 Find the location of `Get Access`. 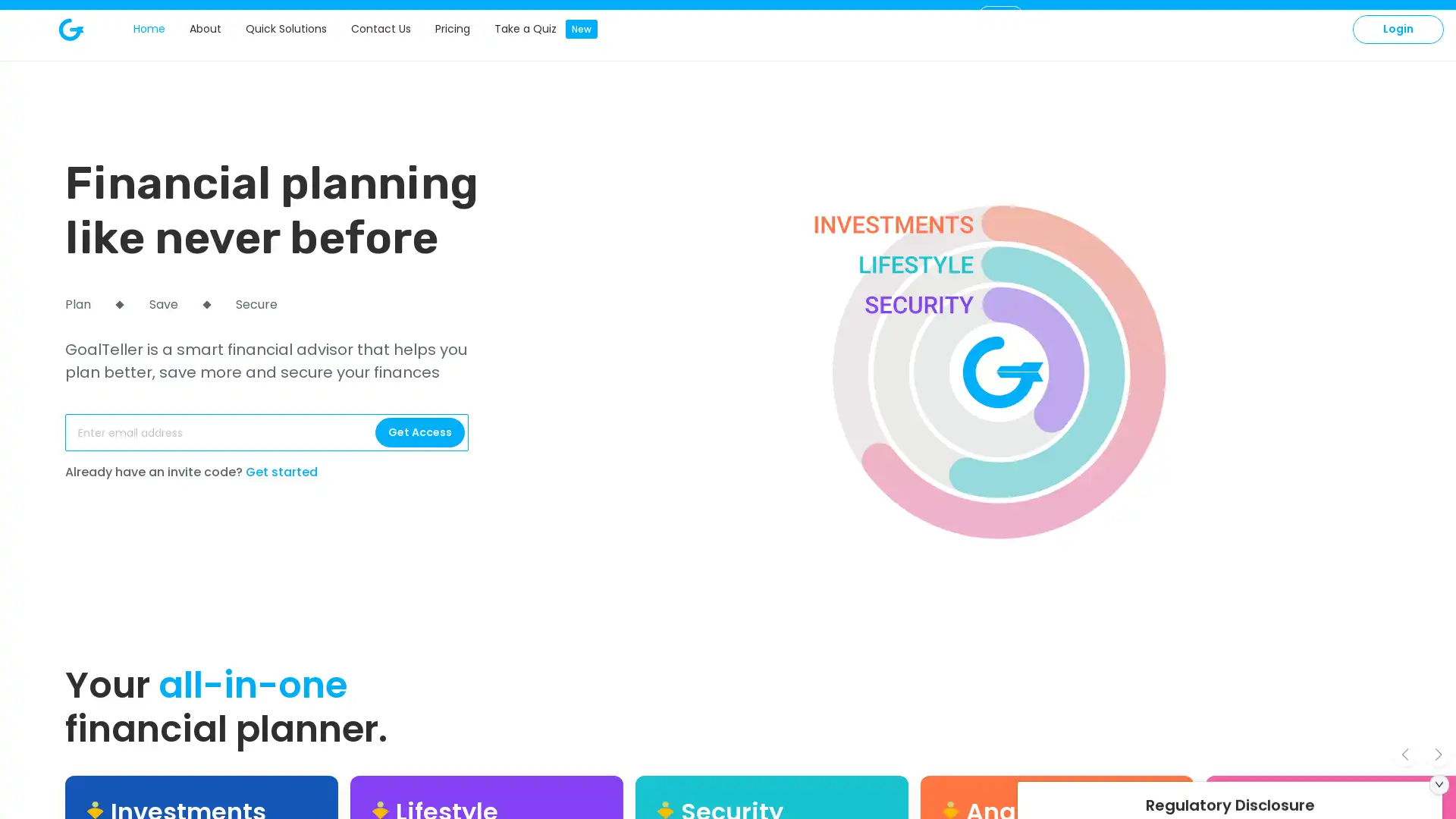

Get Access is located at coordinates (419, 432).